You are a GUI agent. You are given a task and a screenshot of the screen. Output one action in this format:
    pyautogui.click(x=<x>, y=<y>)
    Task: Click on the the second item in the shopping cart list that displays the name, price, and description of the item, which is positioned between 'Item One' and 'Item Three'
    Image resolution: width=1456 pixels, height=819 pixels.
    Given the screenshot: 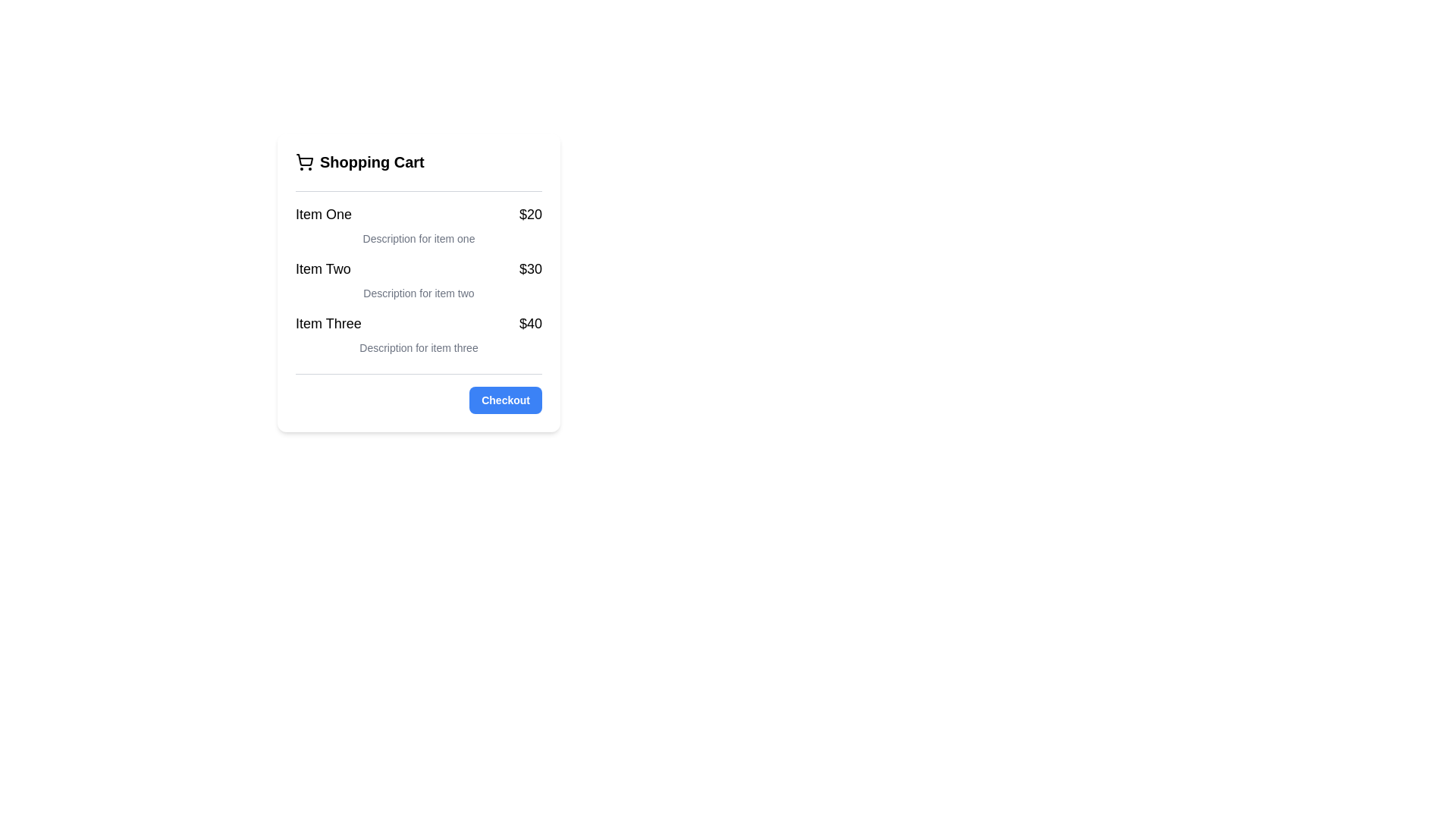 What is the action you would take?
    pyautogui.click(x=419, y=280)
    